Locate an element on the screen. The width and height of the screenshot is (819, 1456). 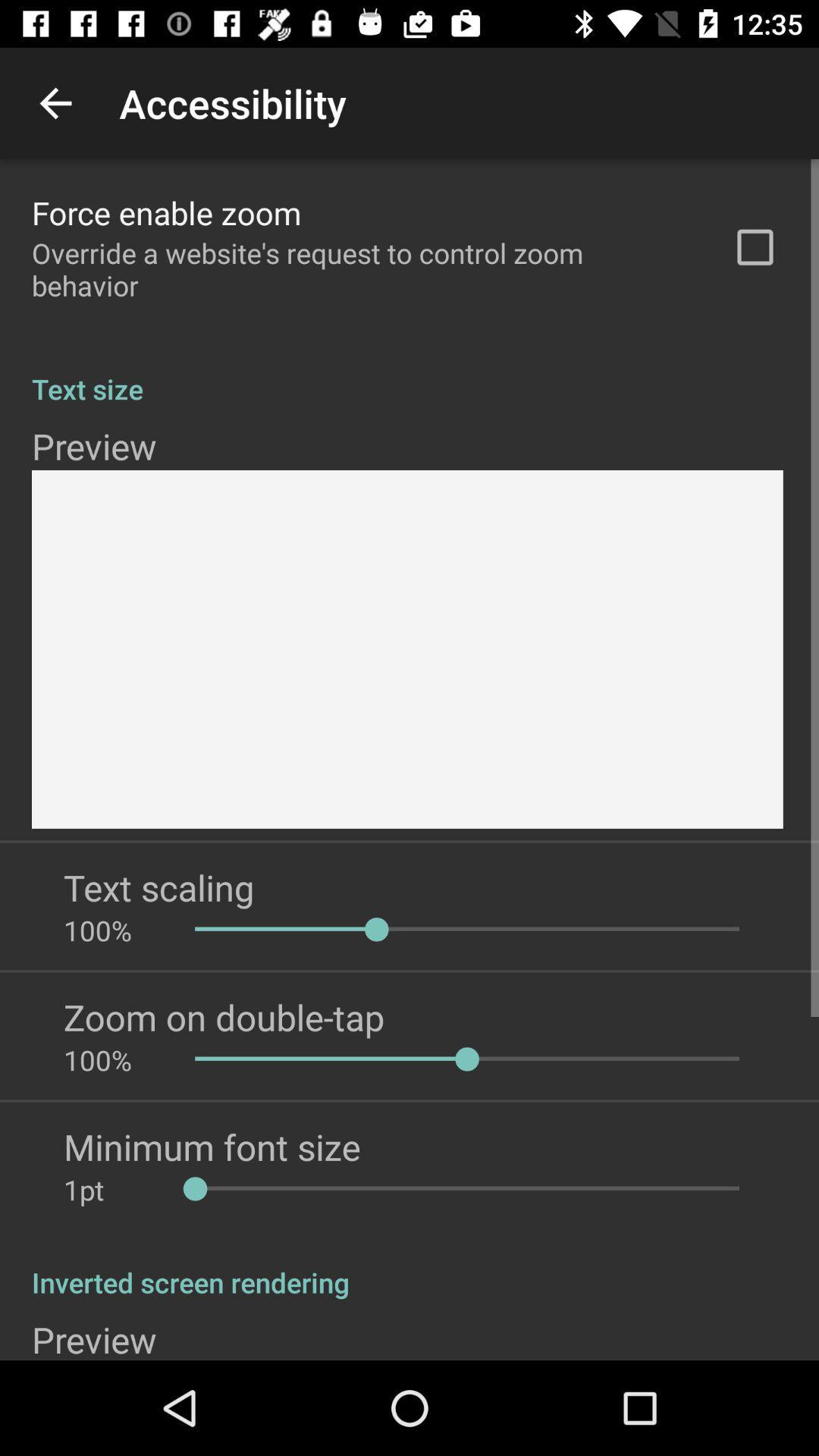
item above the force enable zoom is located at coordinates (55, 102).